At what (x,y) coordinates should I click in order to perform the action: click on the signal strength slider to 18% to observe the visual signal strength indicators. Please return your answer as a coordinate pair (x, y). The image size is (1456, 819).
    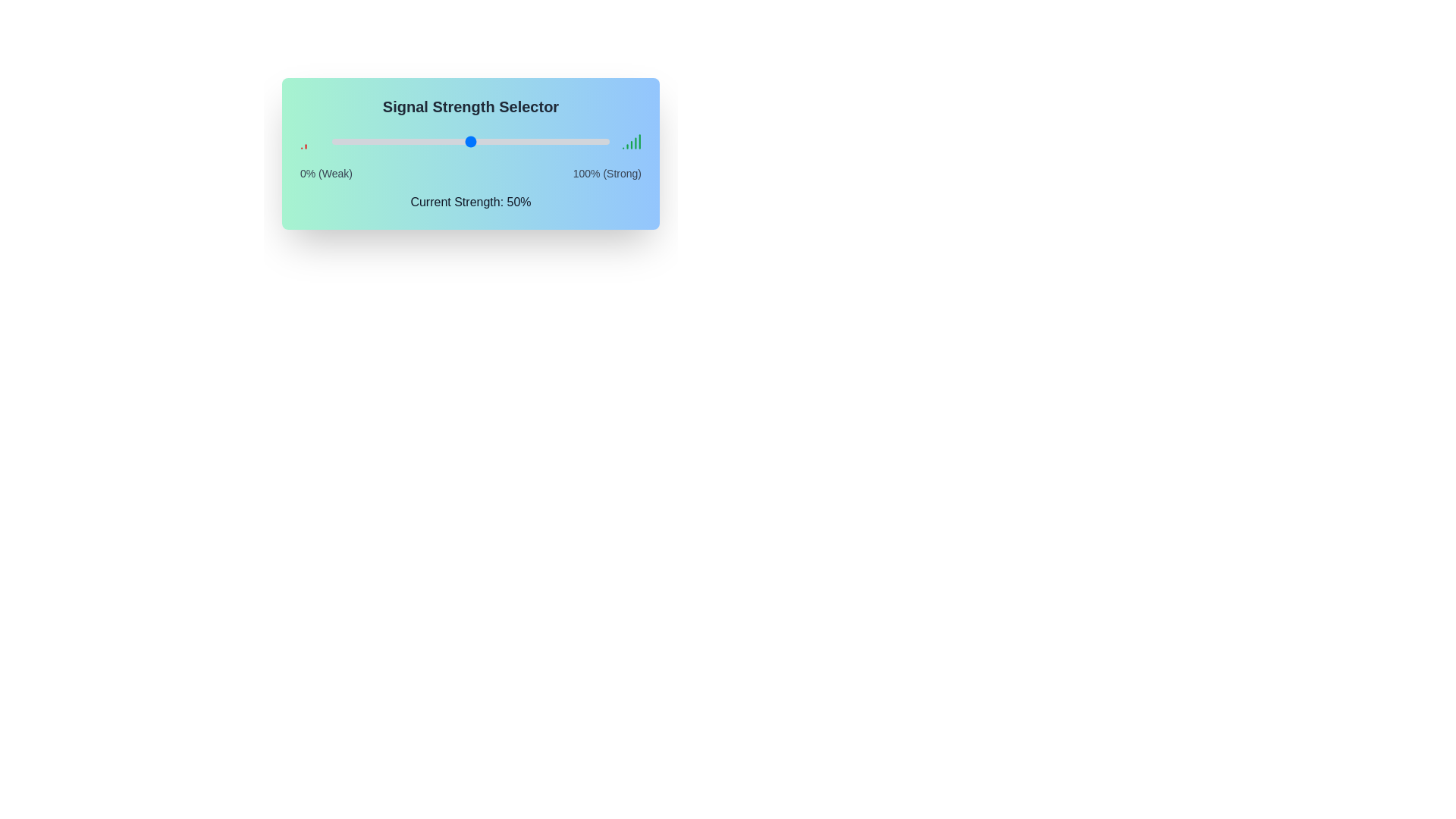
    Looking at the image, I should click on (381, 141).